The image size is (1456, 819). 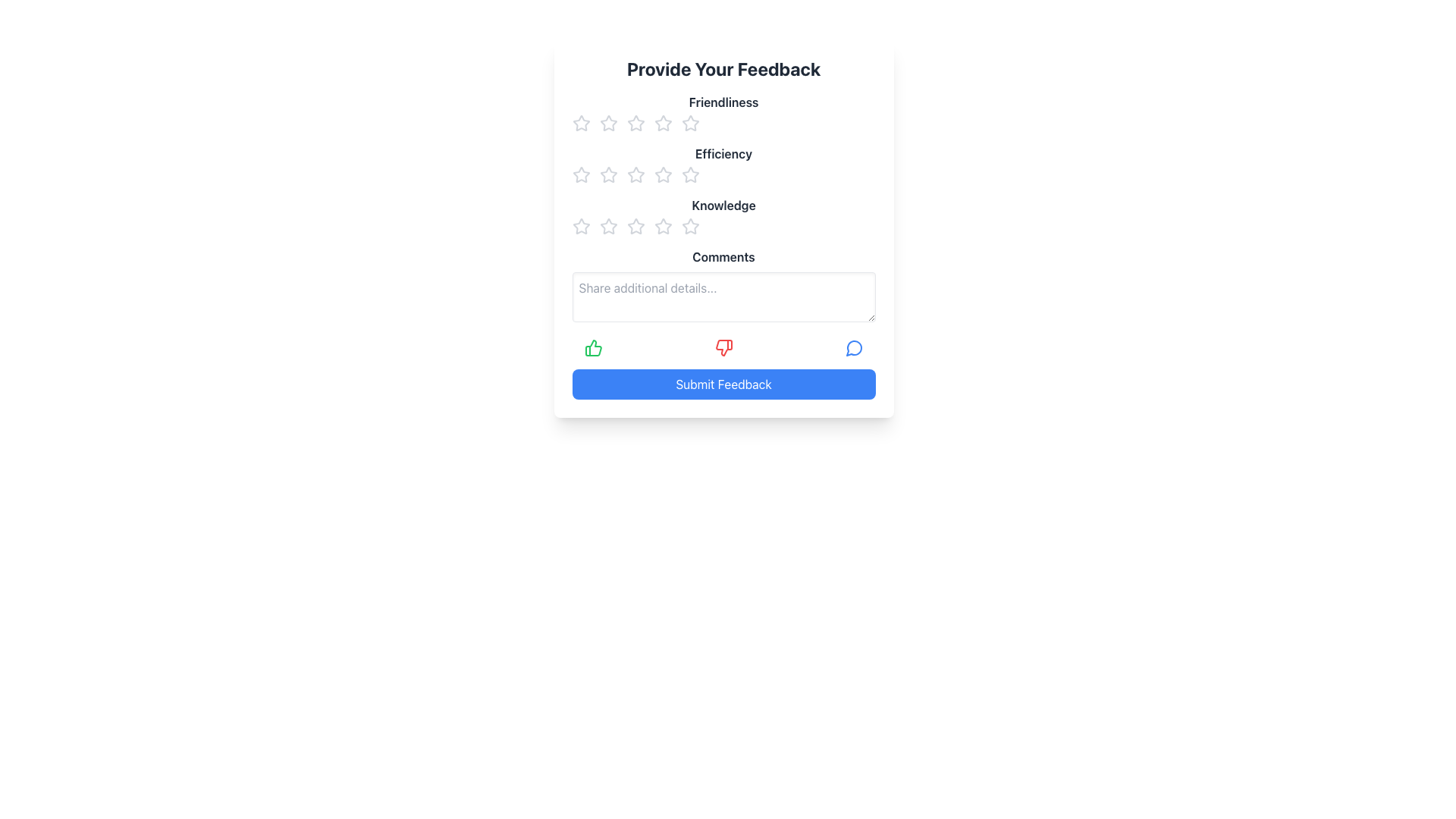 What do you see at coordinates (689, 122) in the screenshot?
I see `the second star icon in the first row of the 'Friendliness' rating section` at bounding box center [689, 122].